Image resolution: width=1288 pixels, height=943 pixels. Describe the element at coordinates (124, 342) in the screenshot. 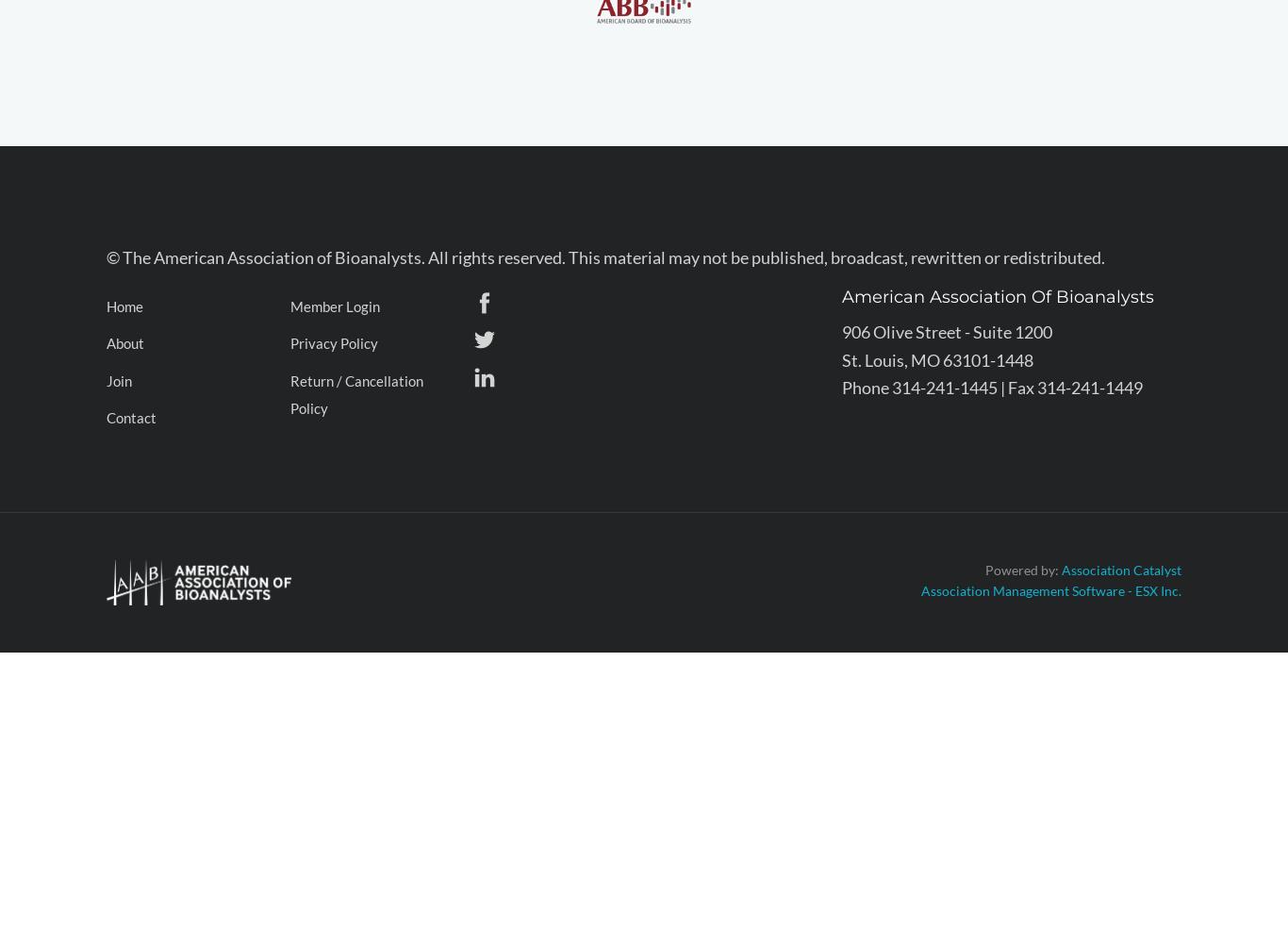

I see `'About'` at that location.